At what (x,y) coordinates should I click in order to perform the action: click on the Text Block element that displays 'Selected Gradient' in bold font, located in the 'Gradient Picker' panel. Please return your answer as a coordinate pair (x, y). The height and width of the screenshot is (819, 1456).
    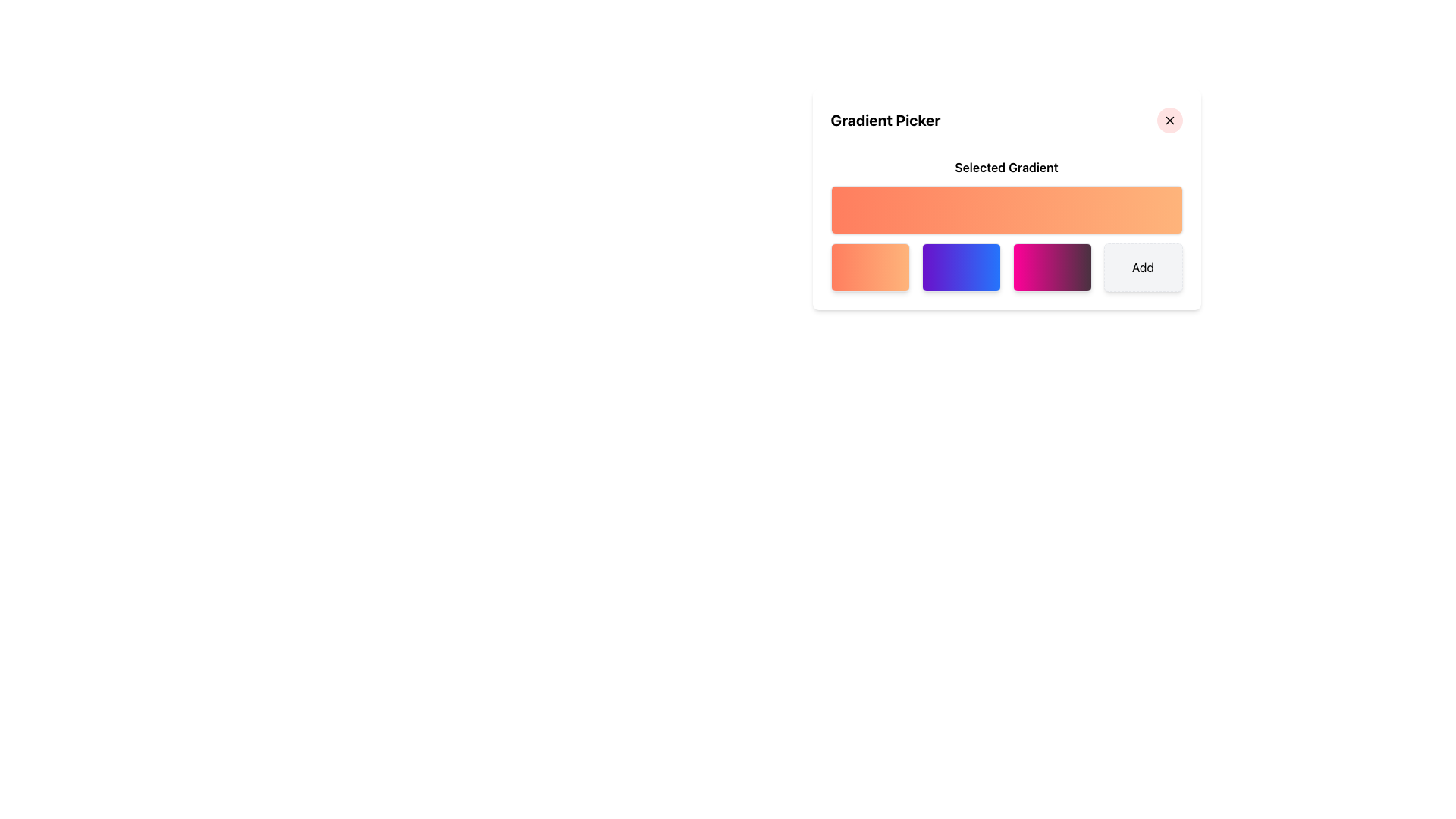
    Looking at the image, I should click on (1006, 167).